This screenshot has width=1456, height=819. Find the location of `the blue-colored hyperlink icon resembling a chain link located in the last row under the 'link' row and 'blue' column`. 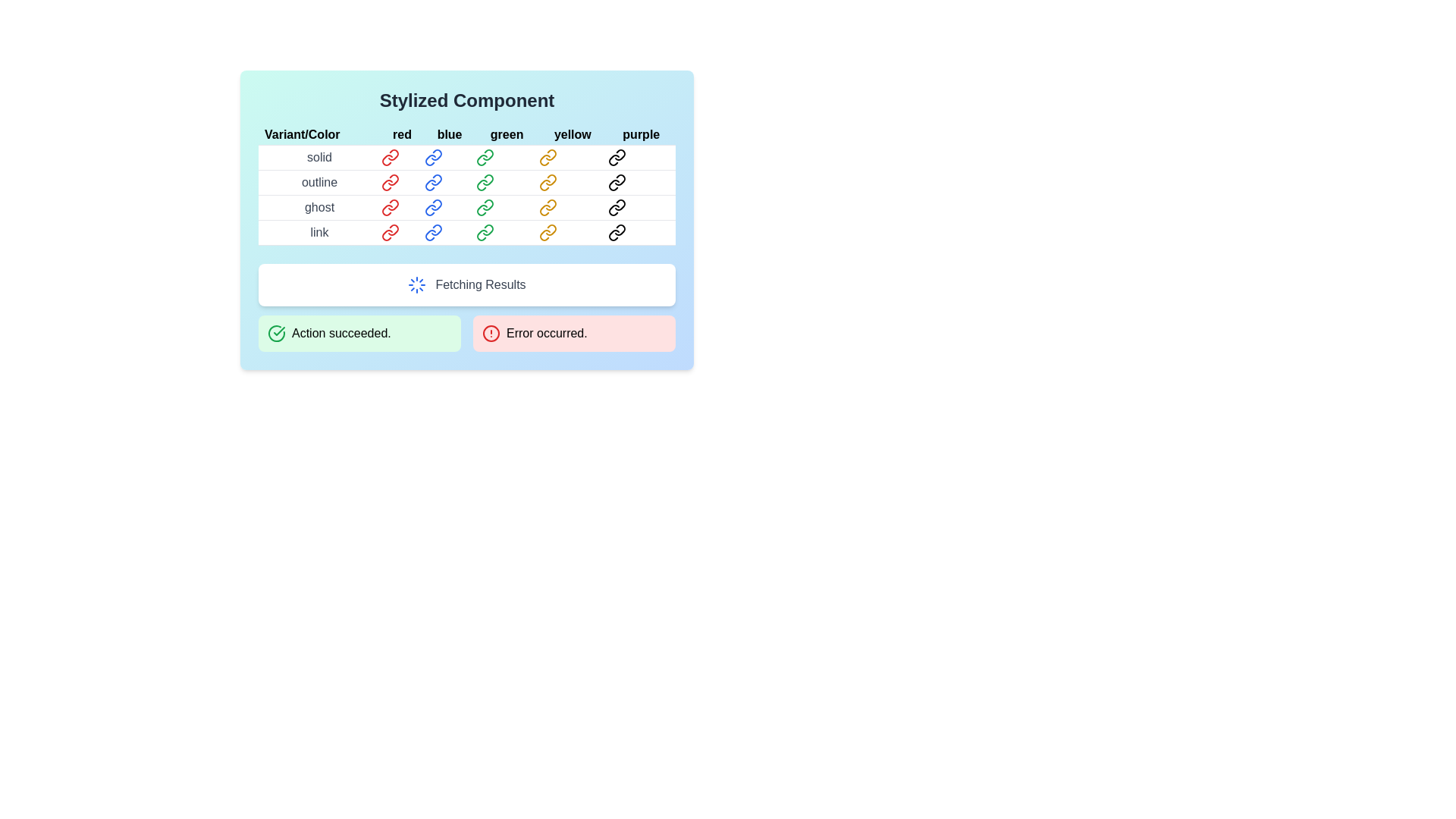

the blue-colored hyperlink icon resembling a chain link located in the last row under the 'link' row and 'blue' column is located at coordinates (432, 233).